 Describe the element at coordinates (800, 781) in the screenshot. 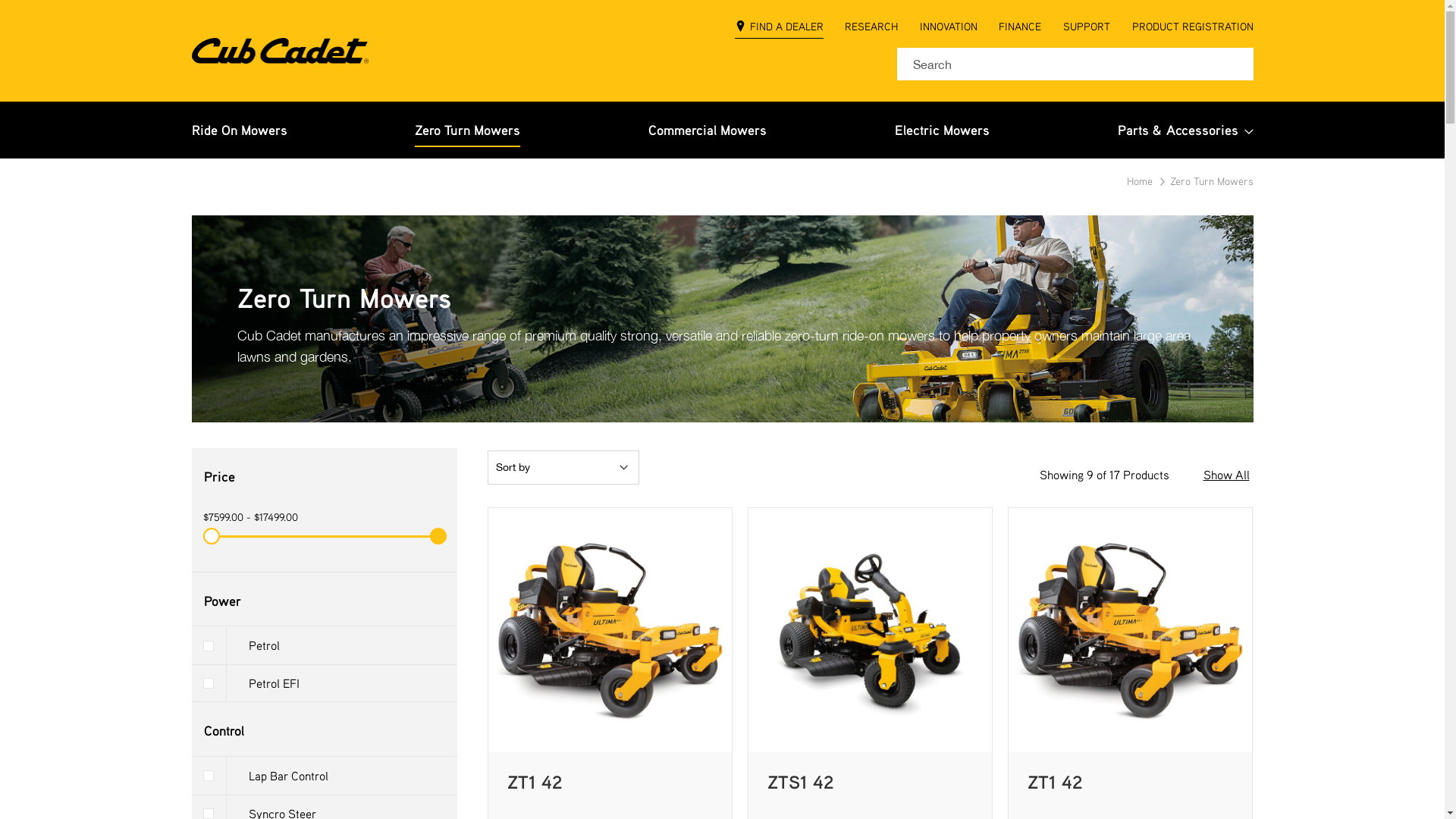

I see `'ZTS1 42'` at that location.